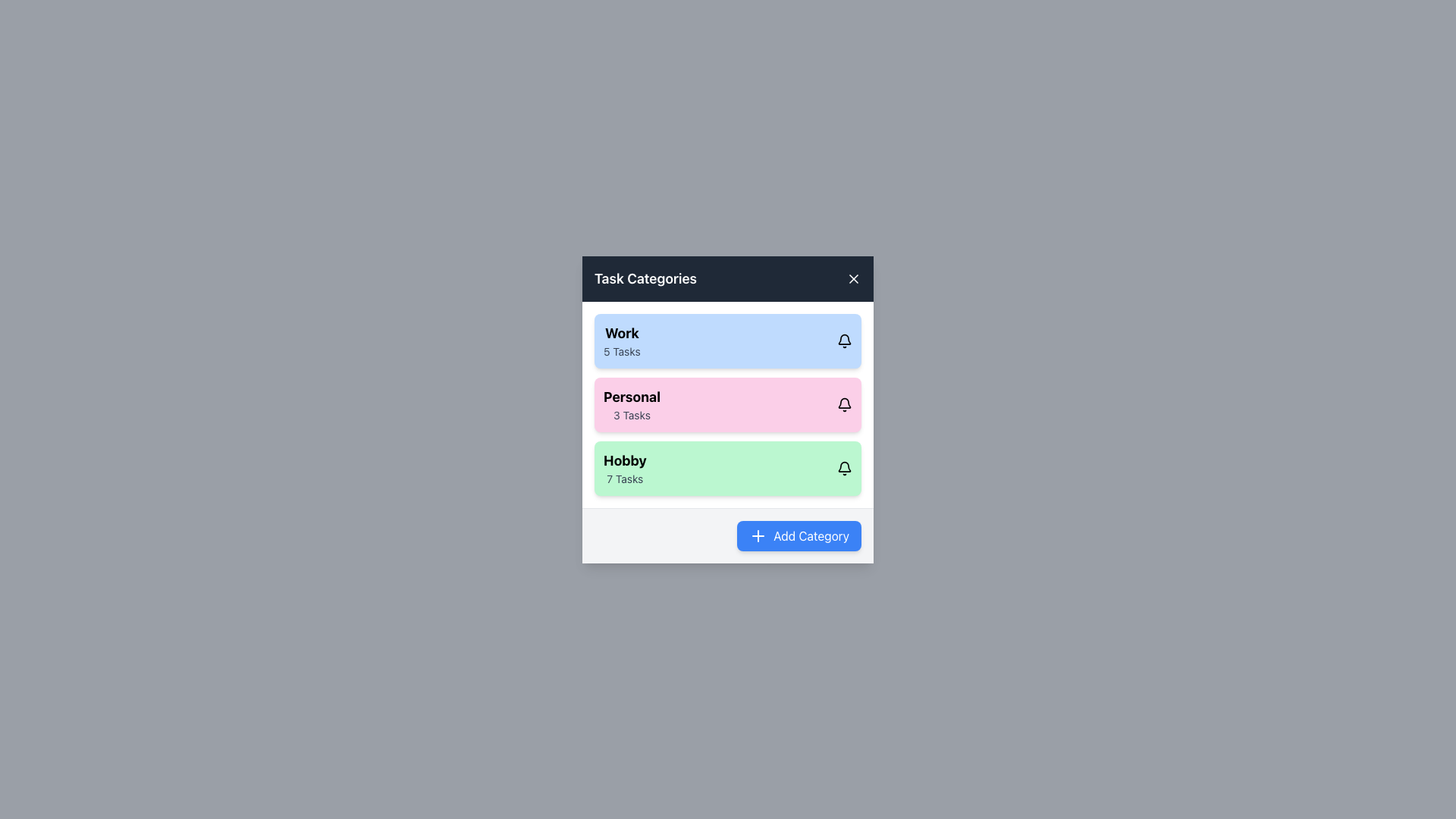 The image size is (1456, 819). I want to click on the text label displaying the number of tasks in the 'Personal' category, located in the pink section of the 'Task Categories' modal, below the 'Personal' text, so click(632, 415).